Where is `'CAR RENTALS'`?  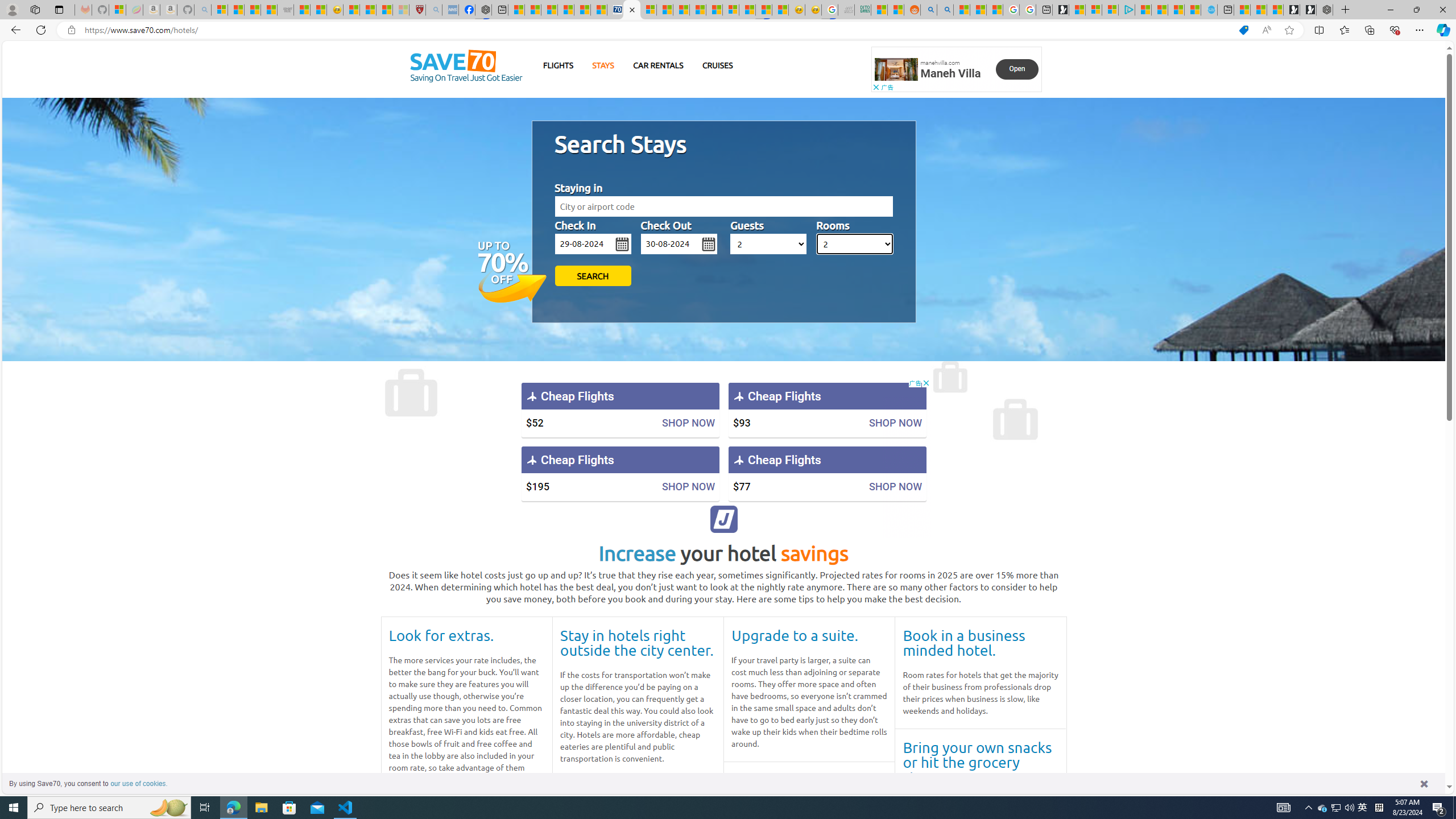
'CAR RENTALS' is located at coordinates (658, 65).